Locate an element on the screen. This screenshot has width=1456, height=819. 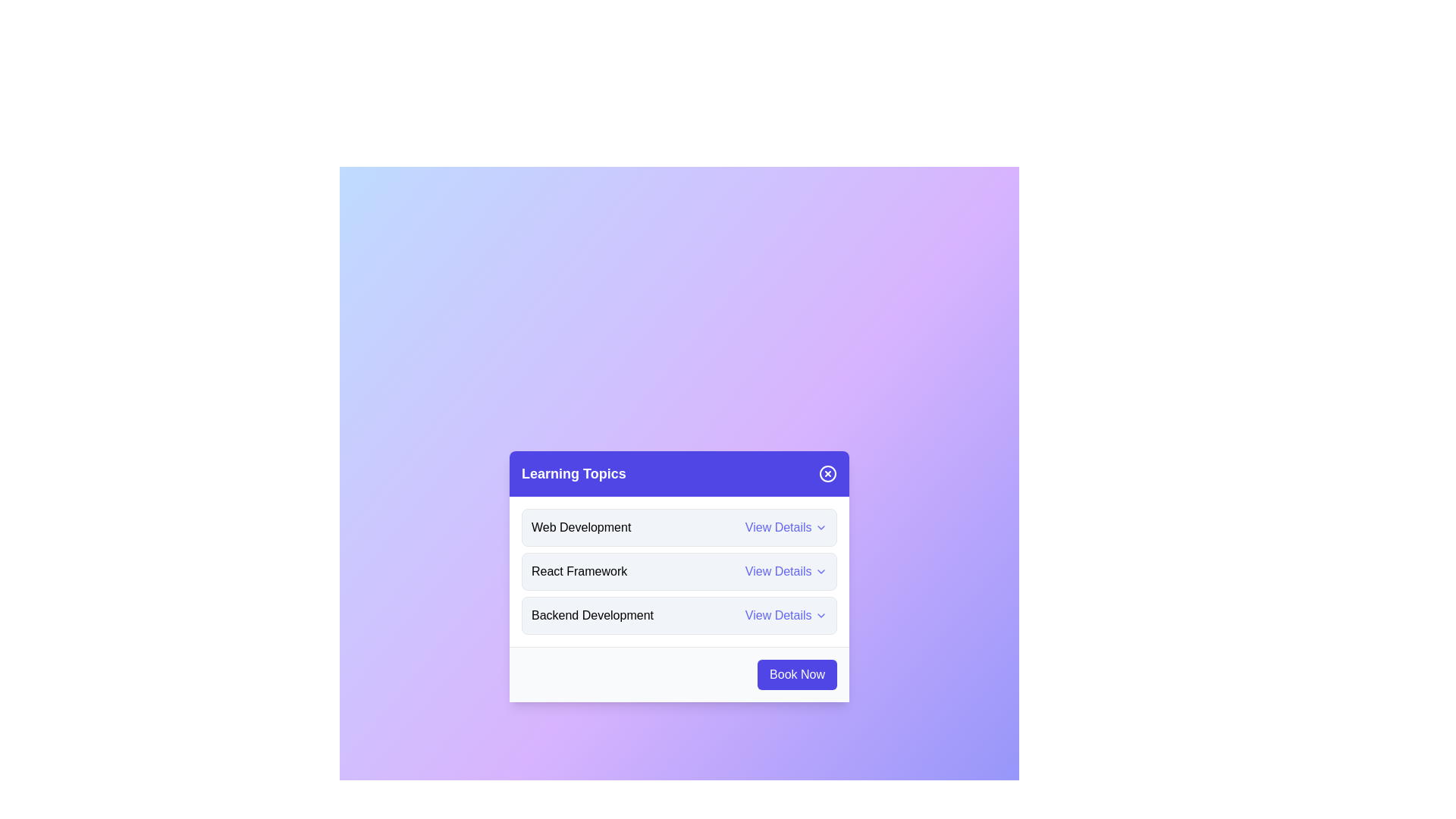
the 'View Details' button for Web Development is located at coordinates (786, 526).